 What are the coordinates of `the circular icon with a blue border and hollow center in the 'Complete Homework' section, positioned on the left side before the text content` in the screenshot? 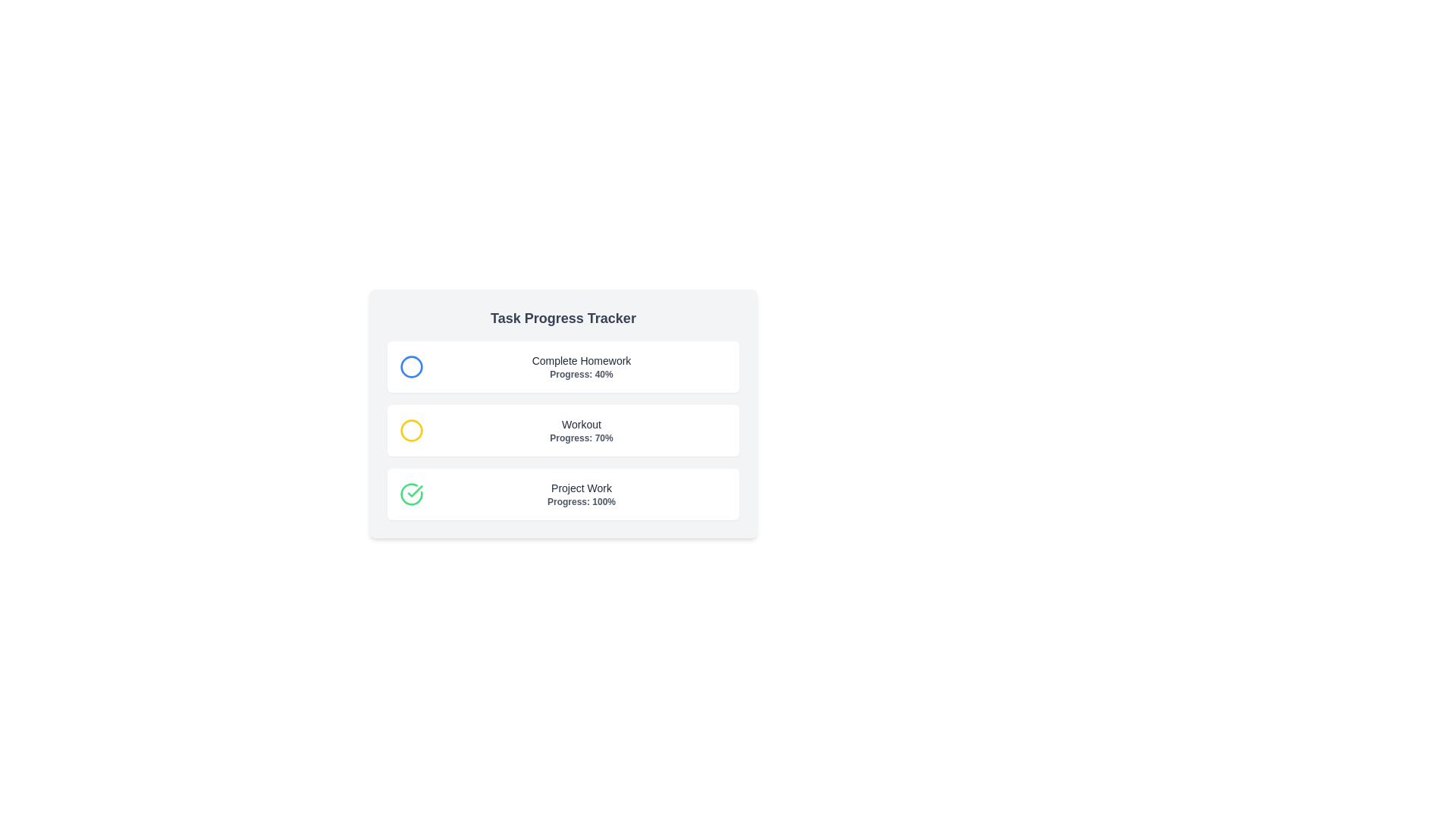 It's located at (411, 366).